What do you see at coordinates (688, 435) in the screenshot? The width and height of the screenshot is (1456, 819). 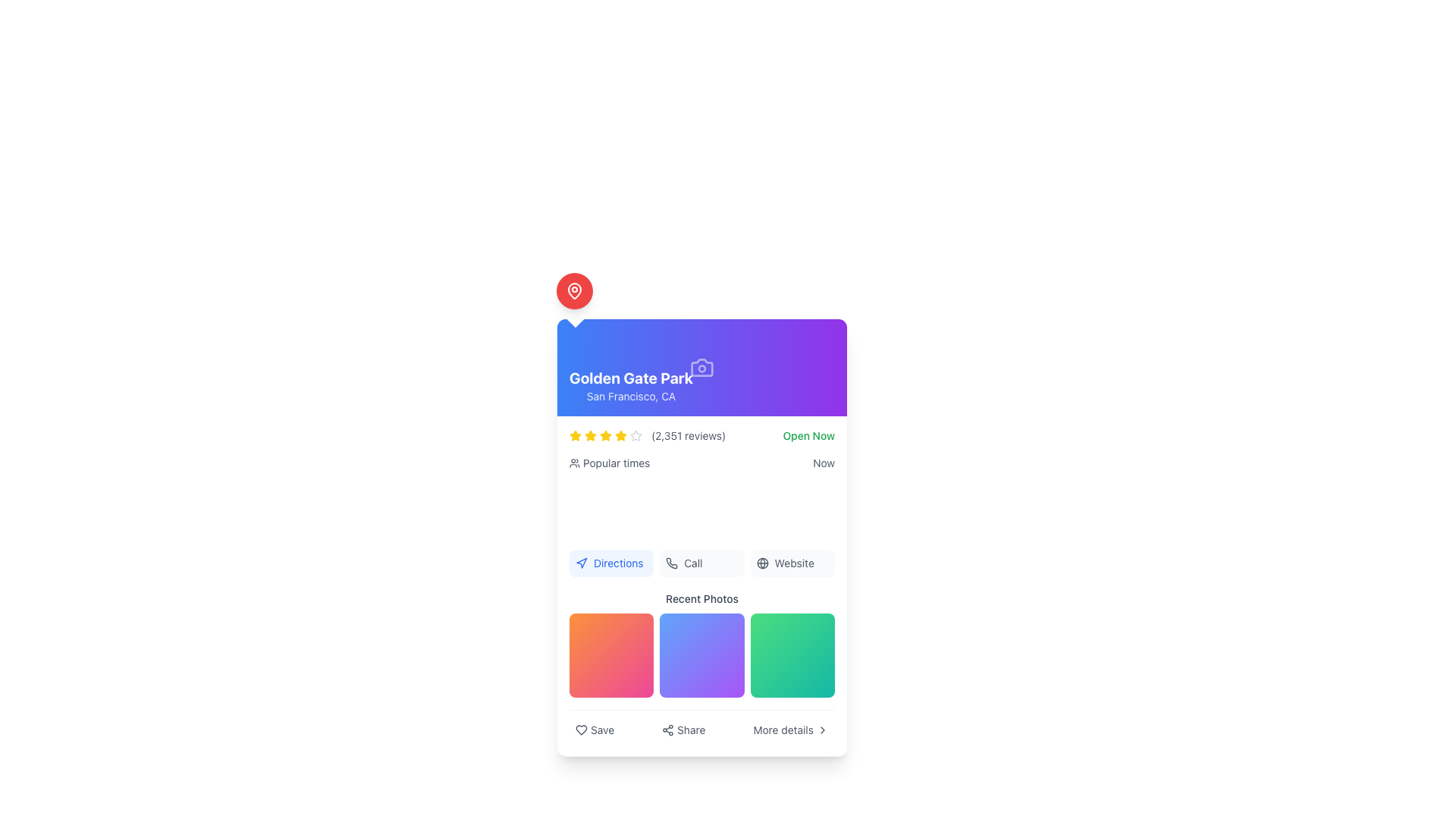 I see `the text label '(2,351 reviews)' that provides additional information about user reviews, located to the right of the gold rating stars in the 'Golden Gate Park' panel` at bounding box center [688, 435].